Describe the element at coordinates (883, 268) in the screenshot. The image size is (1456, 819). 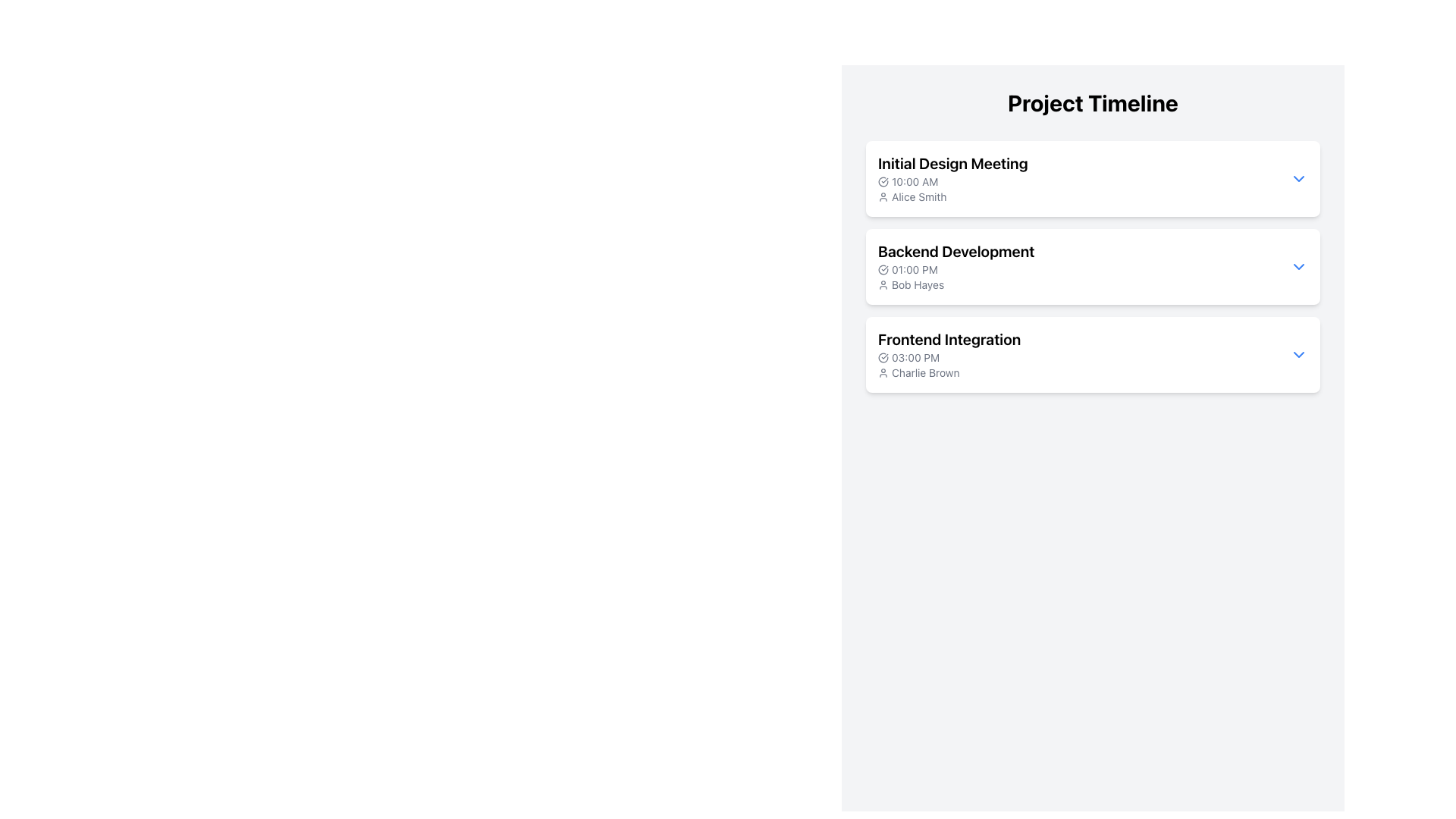
I see `the status icon indicating the completion of the 'Backend Development' item located to the left of the '01:00 PM' time label in the timeline` at that location.